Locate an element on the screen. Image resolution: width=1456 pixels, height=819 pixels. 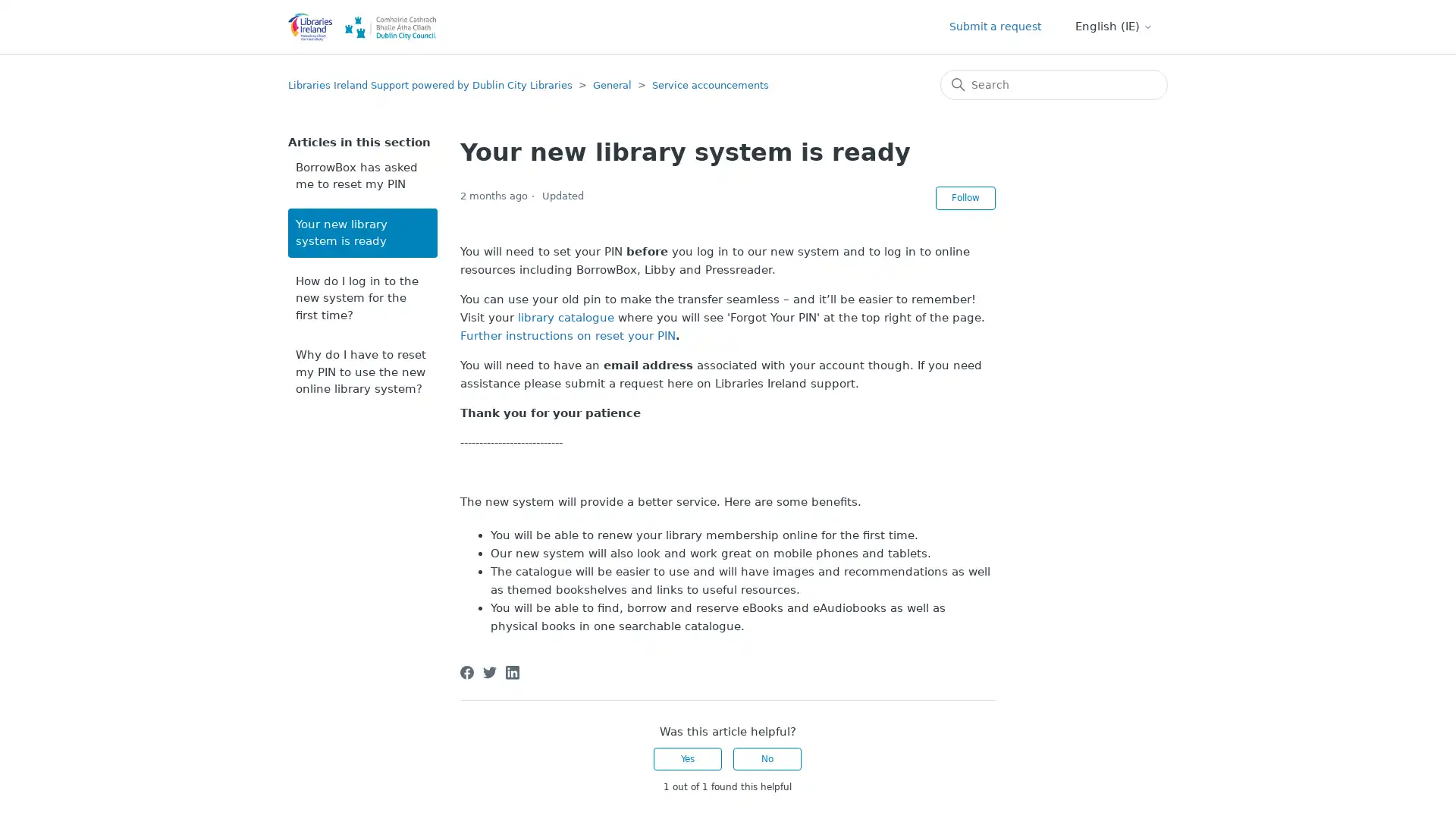
This article was helpful is located at coordinates (687, 759).